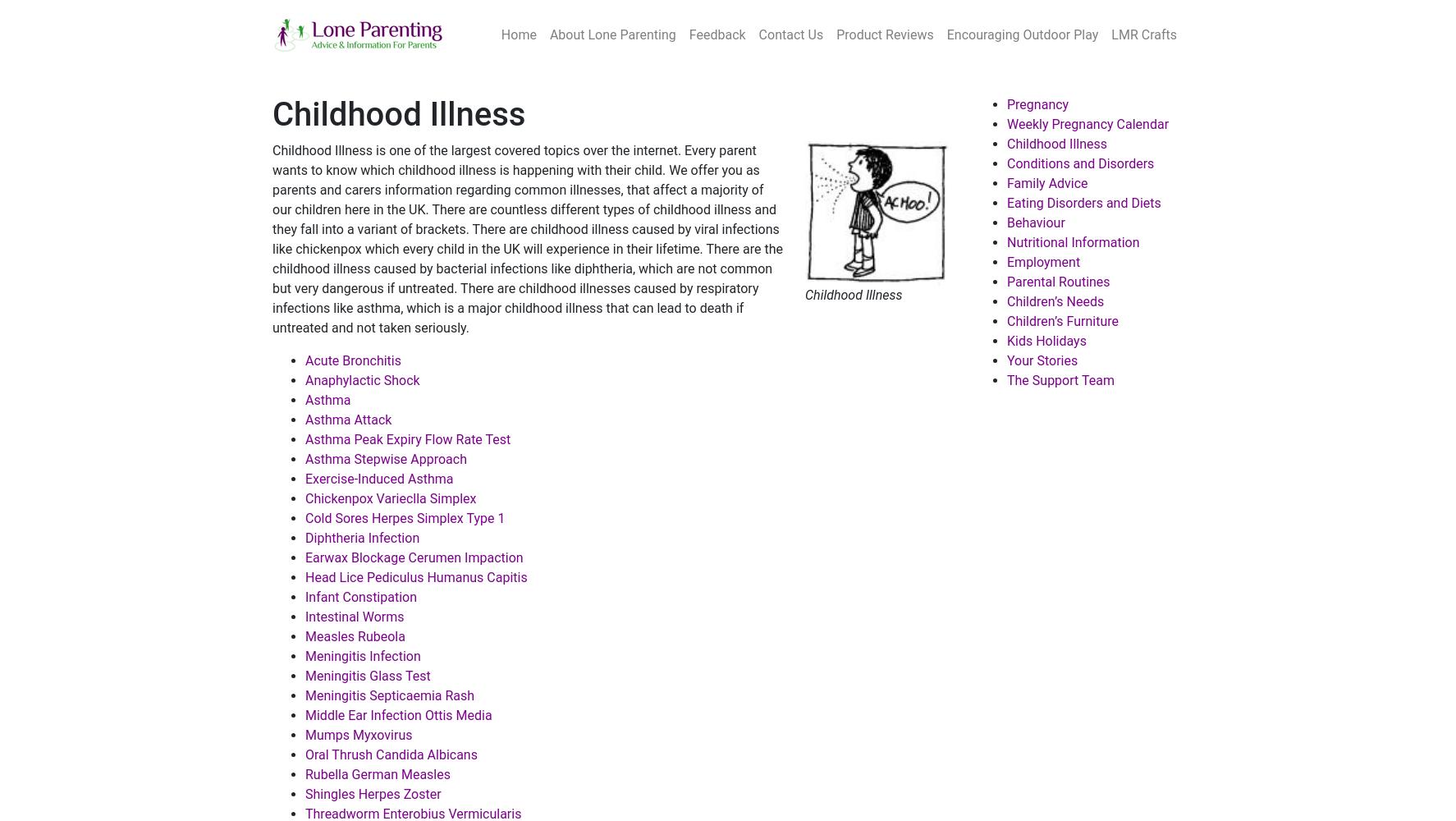 The height and width of the screenshot is (821, 1456). What do you see at coordinates (390, 695) in the screenshot?
I see `'Meningitis Septicaemia Rash'` at bounding box center [390, 695].